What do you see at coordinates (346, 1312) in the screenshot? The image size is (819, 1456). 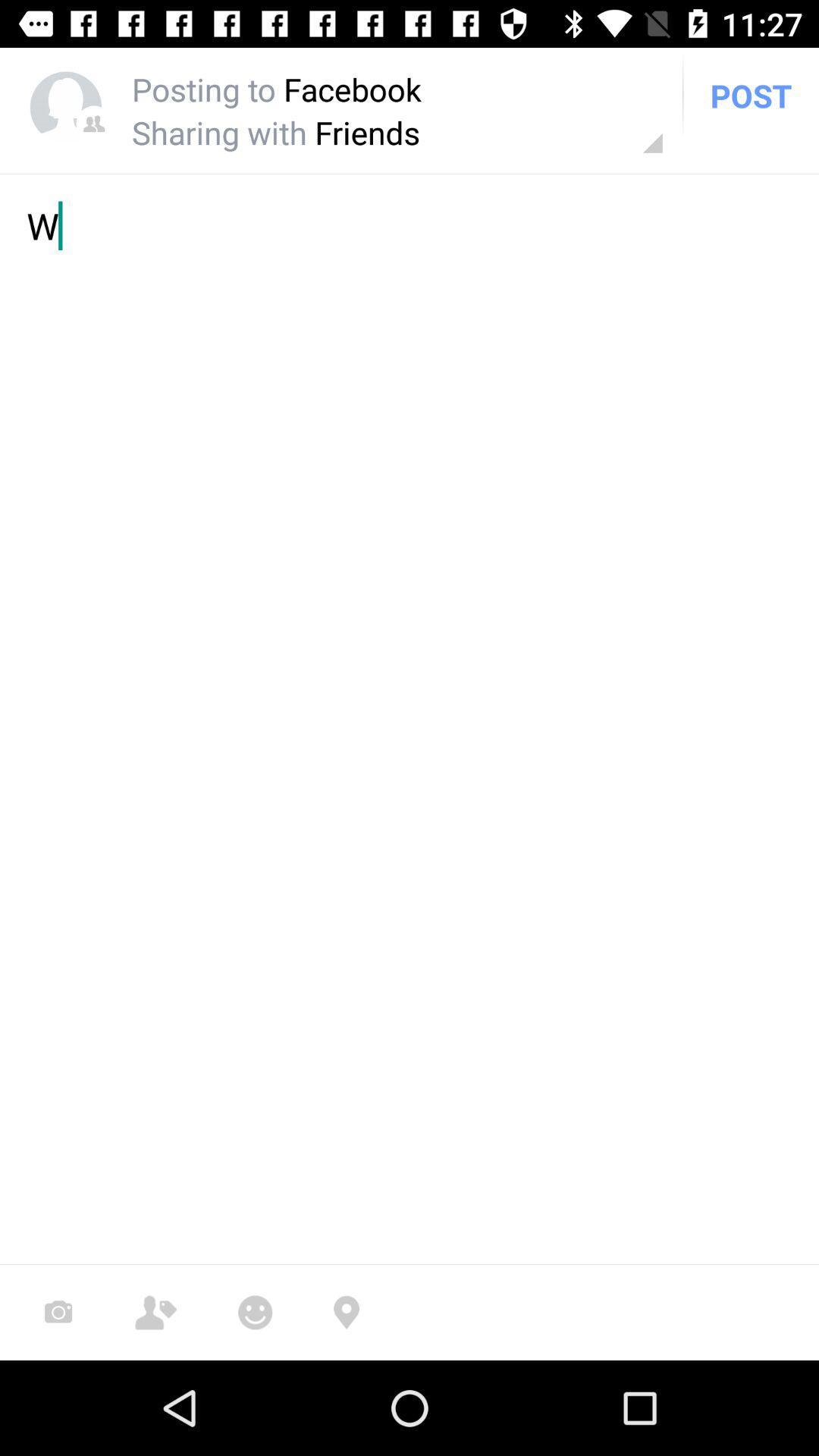 I see `the location icon` at bounding box center [346, 1312].